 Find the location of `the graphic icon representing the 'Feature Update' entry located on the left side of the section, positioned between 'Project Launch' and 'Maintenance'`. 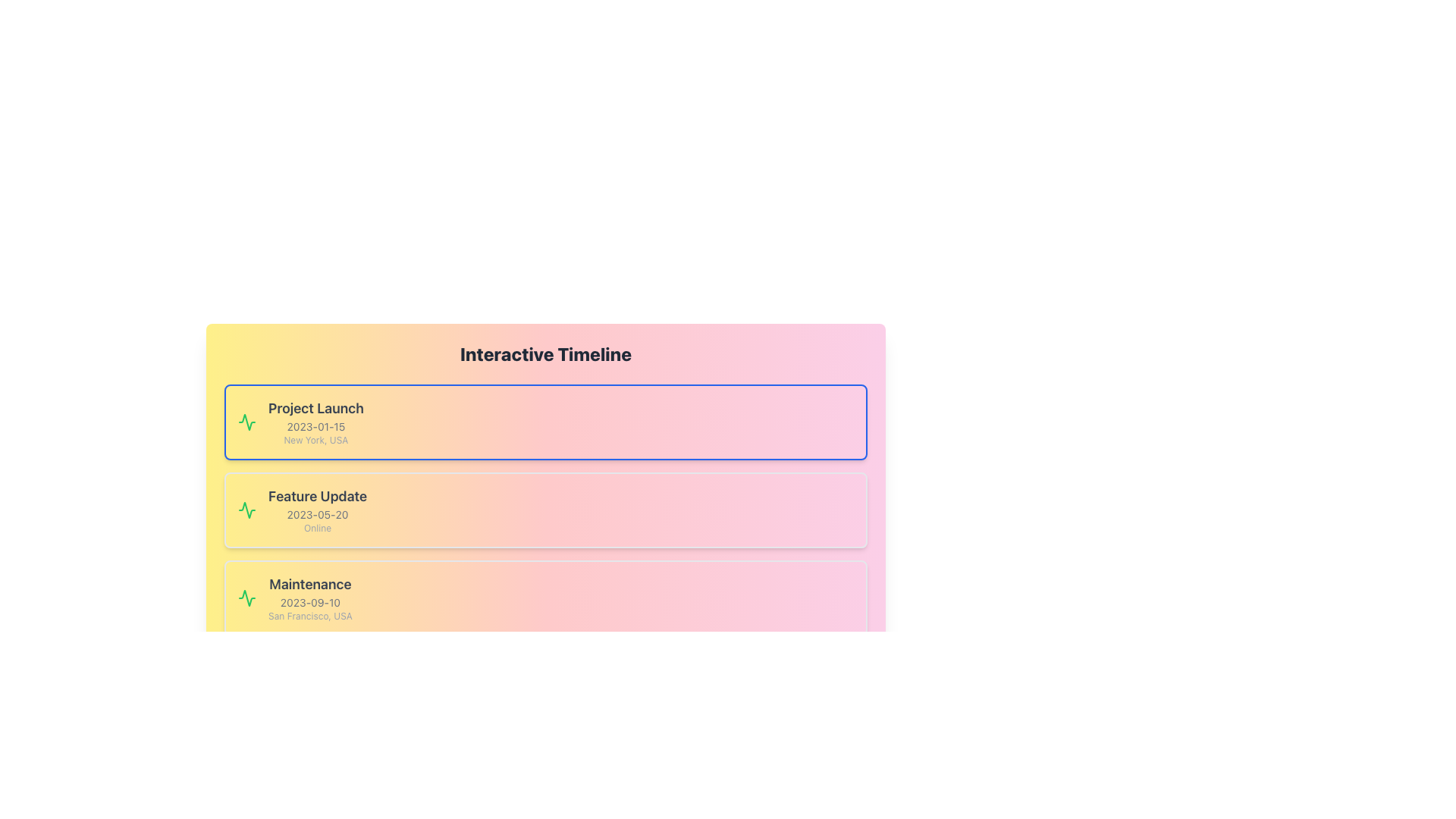

the graphic icon representing the 'Feature Update' entry located on the left side of the section, positioned between 'Project Launch' and 'Maintenance' is located at coordinates (247, 422).